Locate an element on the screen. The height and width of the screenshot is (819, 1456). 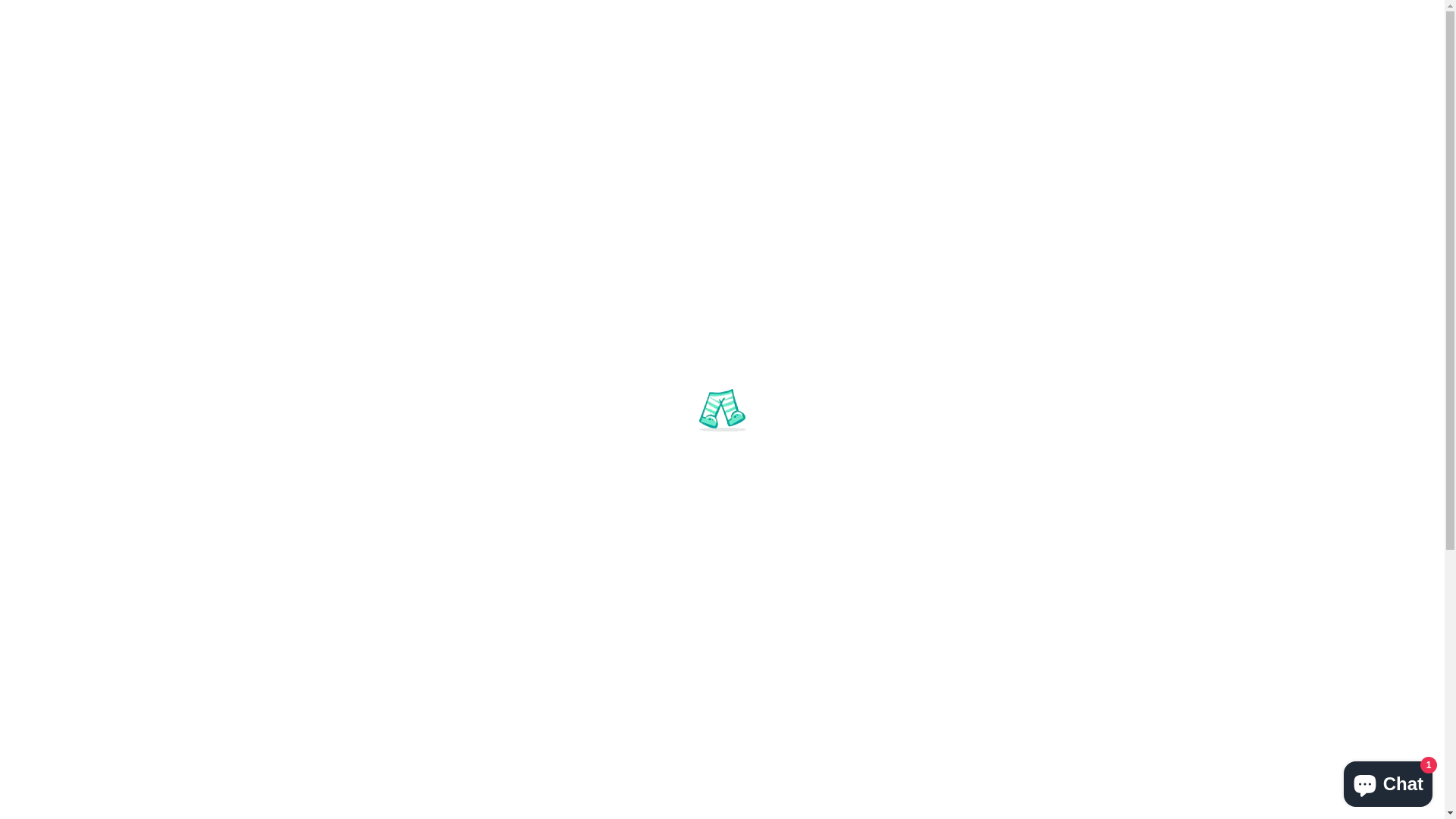
'INSTAGRAM' is located at coordinates (124, 15).